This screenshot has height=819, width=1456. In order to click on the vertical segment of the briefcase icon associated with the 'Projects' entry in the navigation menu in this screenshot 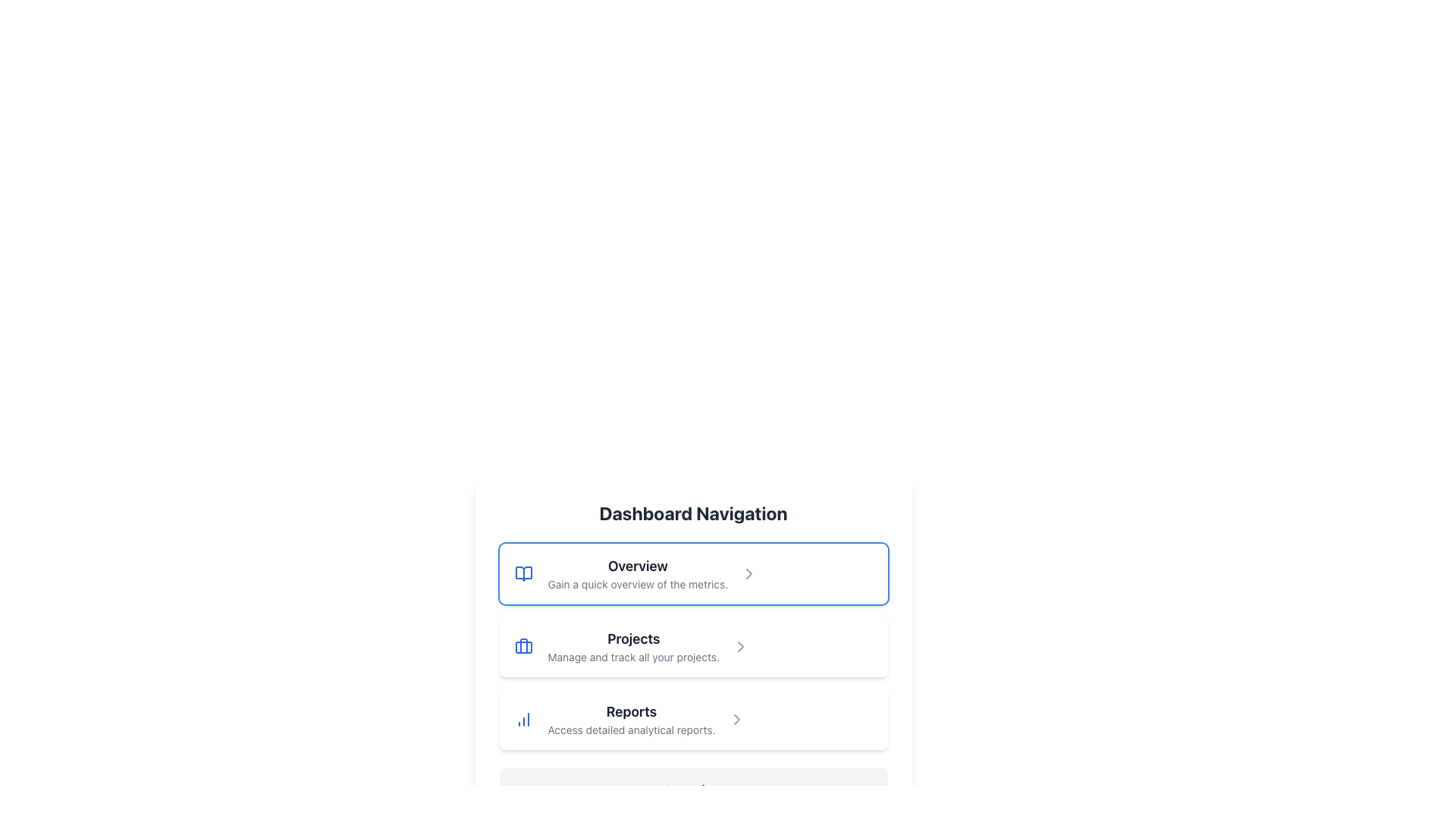, I will do `click(523, 646)`.